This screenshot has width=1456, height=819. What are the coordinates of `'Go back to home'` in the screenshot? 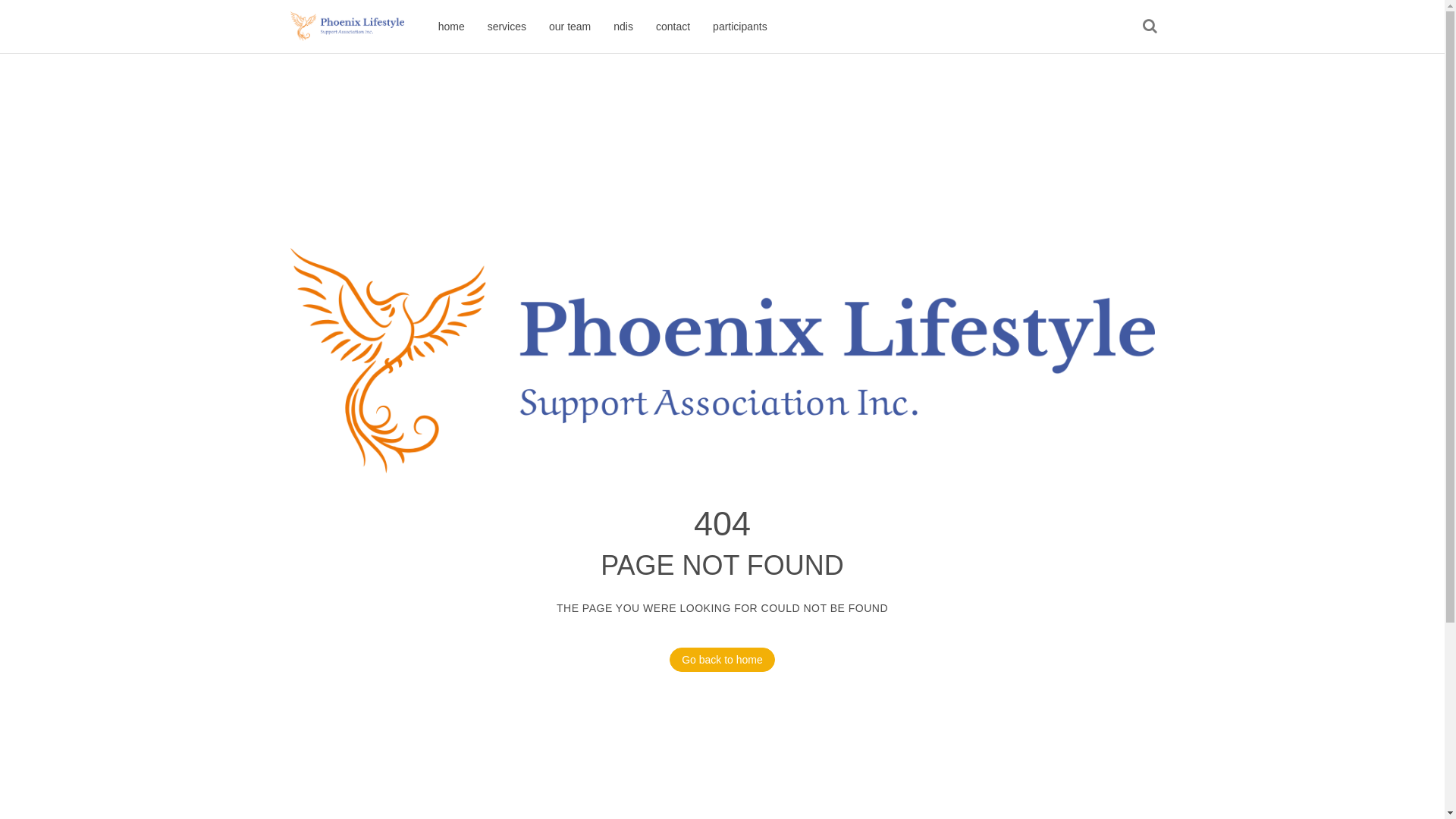 It's located at (721, 659).